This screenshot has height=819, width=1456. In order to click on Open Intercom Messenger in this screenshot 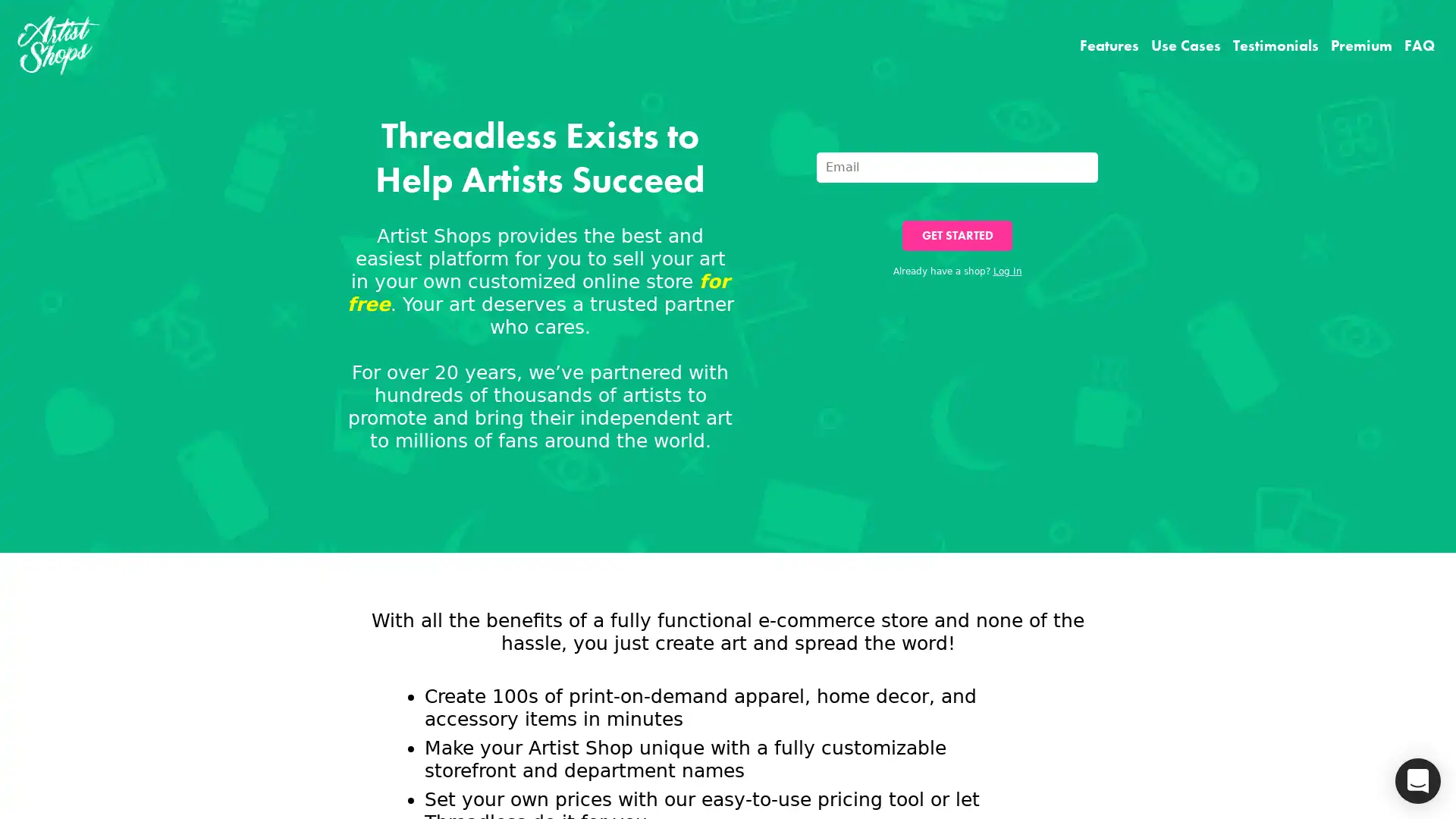, I will do `click(1417, 780)`.